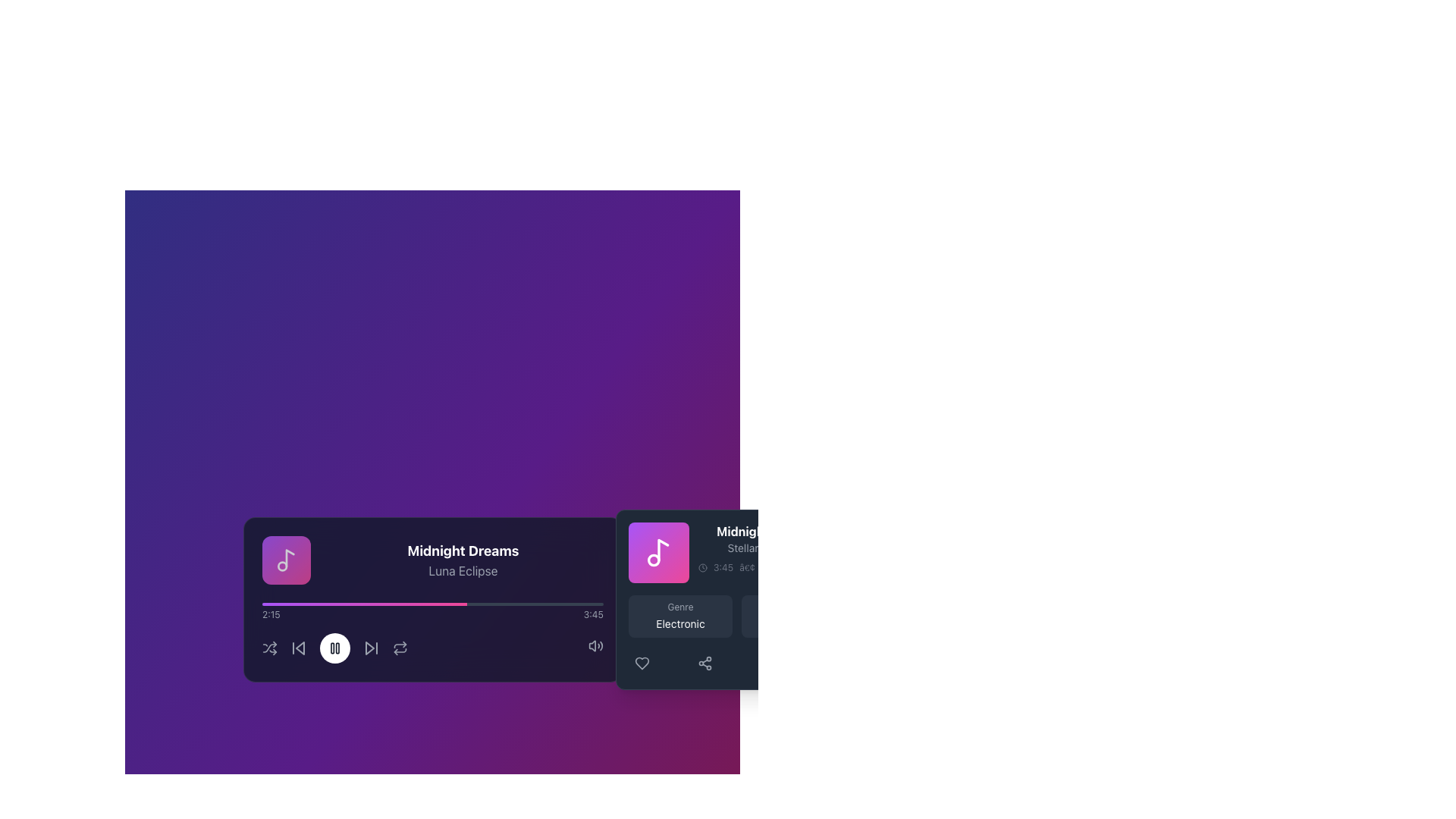 The image size is (1456, 819). I want to click on the decorative circular element of the music note icon located at the bottom-left of the player interface, so click(282, 566).